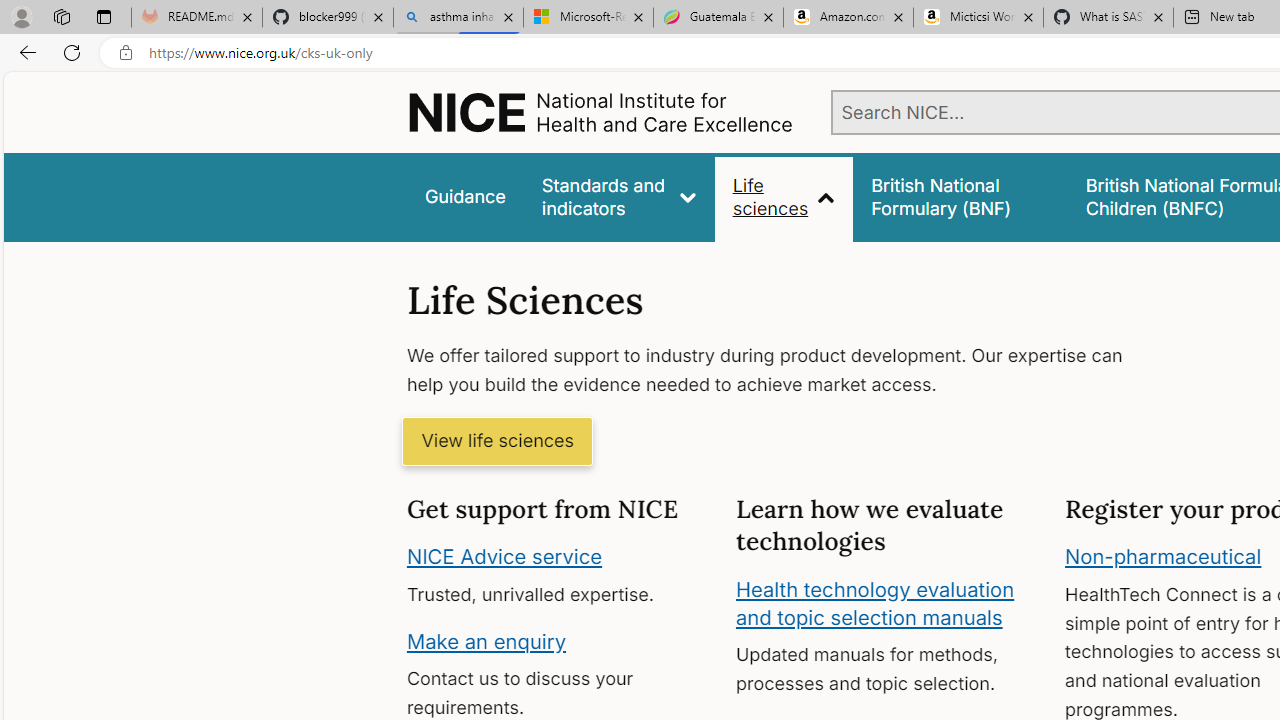 The height and width of the screenshot is (720, 1280). I want to click on 'Non-pharmaceutical', so click(1163, 557).